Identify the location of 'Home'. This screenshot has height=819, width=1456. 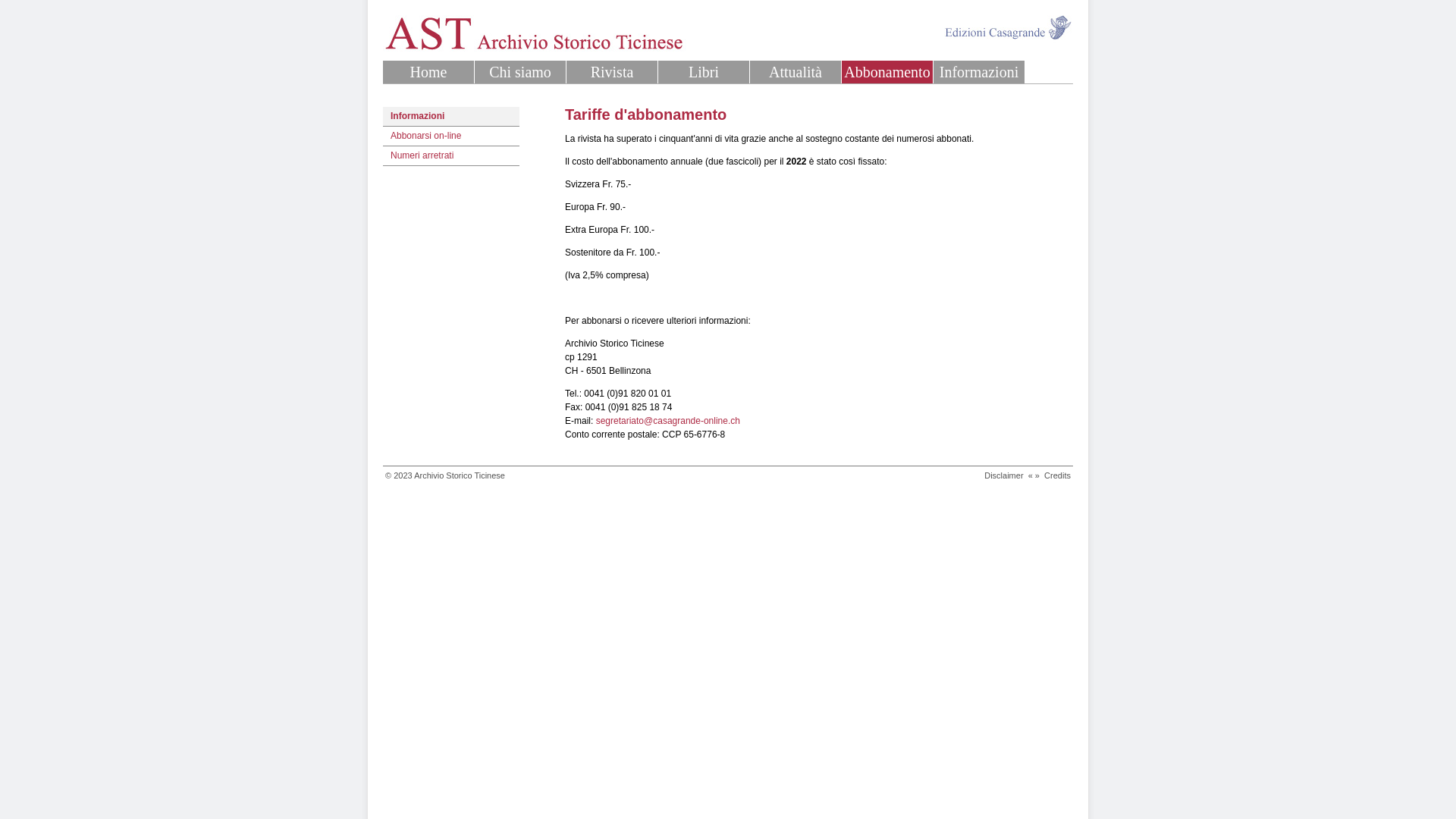
(428, 72).